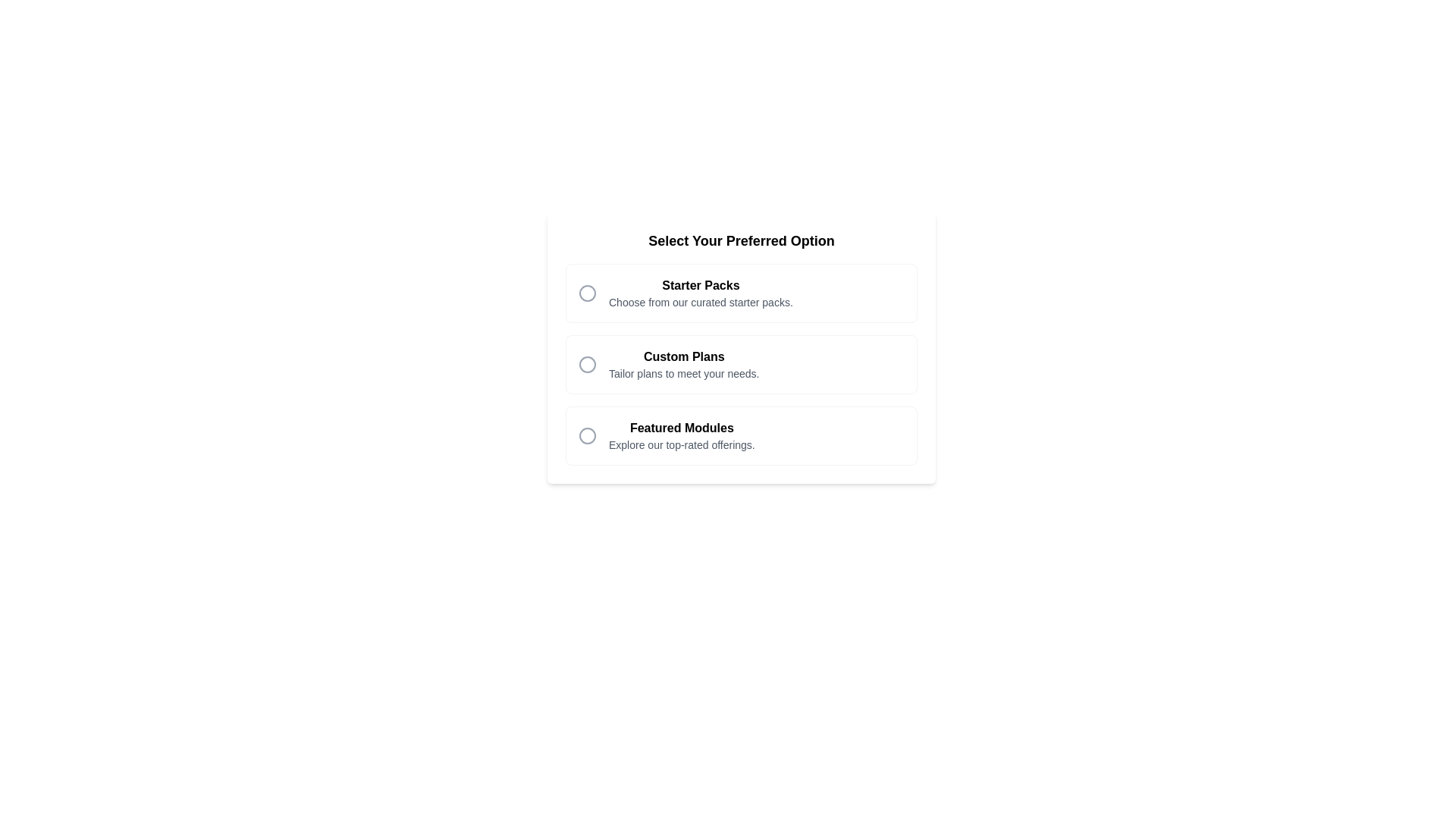 The height and width of the screenshot is (819, 1456). I want to click on the radio button in the 'Custom Plans' selectable option, which is the second option under 'Select Your Preferred Option', so click(742, 348).